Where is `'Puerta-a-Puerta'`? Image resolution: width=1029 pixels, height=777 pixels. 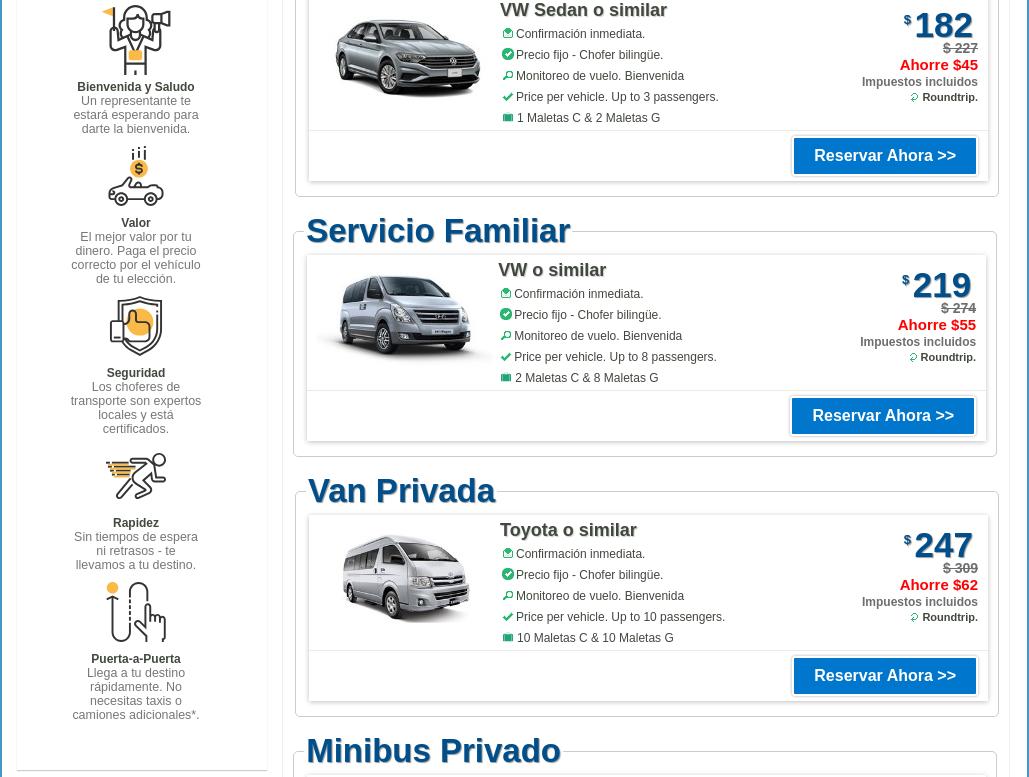
'Puerta-a-Puerta' is located at coordinates (89, 657).